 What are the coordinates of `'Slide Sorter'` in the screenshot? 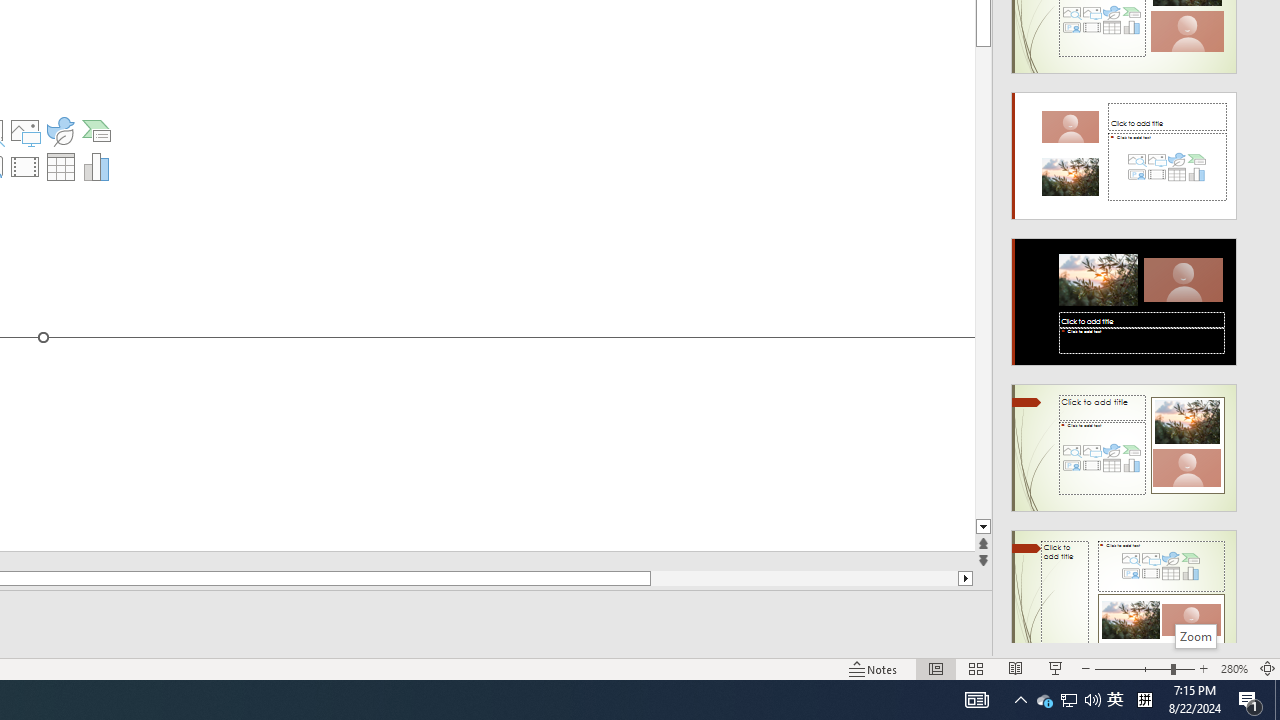 It's located at (976, 669).